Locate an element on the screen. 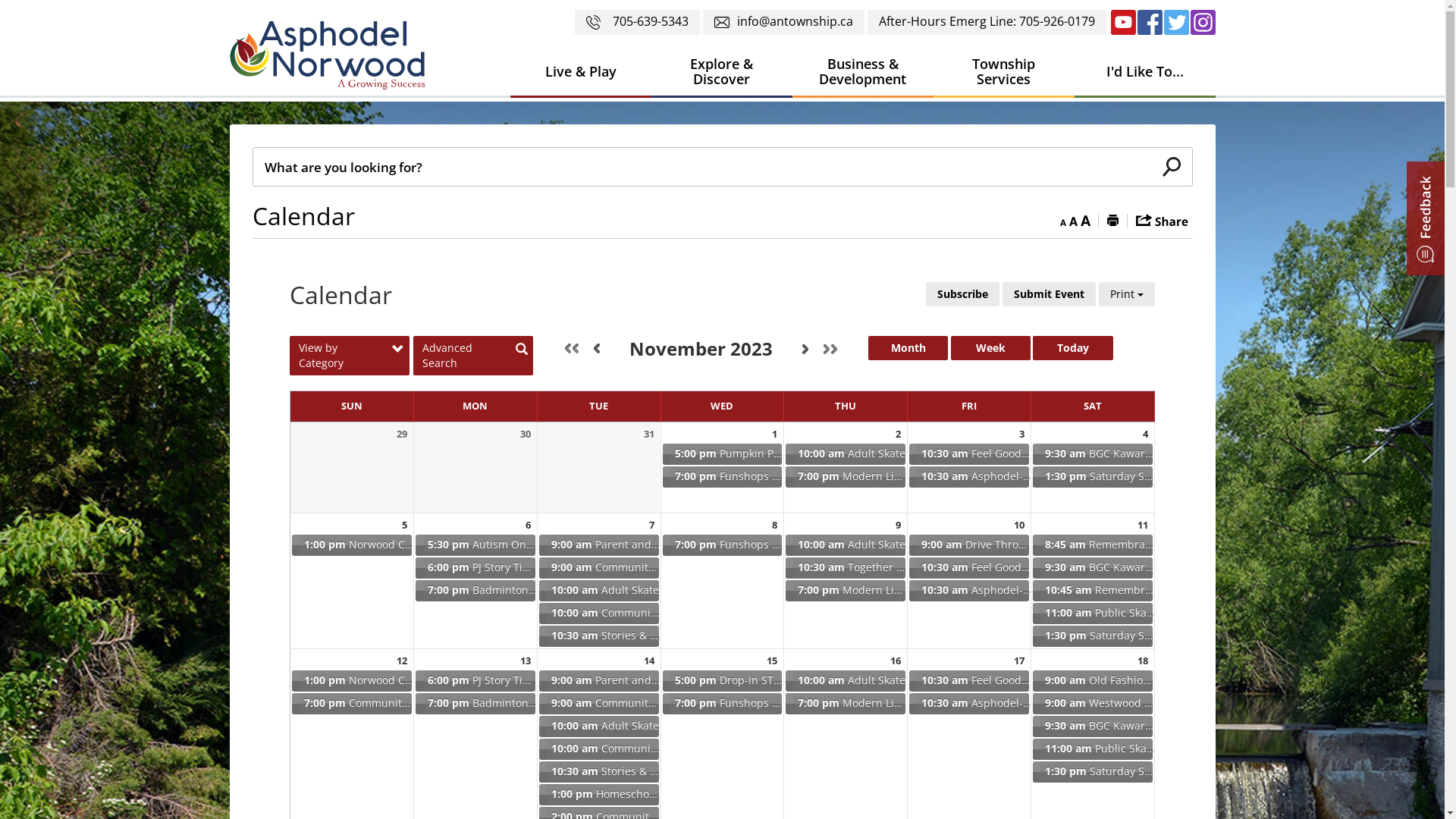 The width and height of the screenshot is (1456, 819). '9:00 am Westwood Craft Sale' is located at coordinates (1092, 704).